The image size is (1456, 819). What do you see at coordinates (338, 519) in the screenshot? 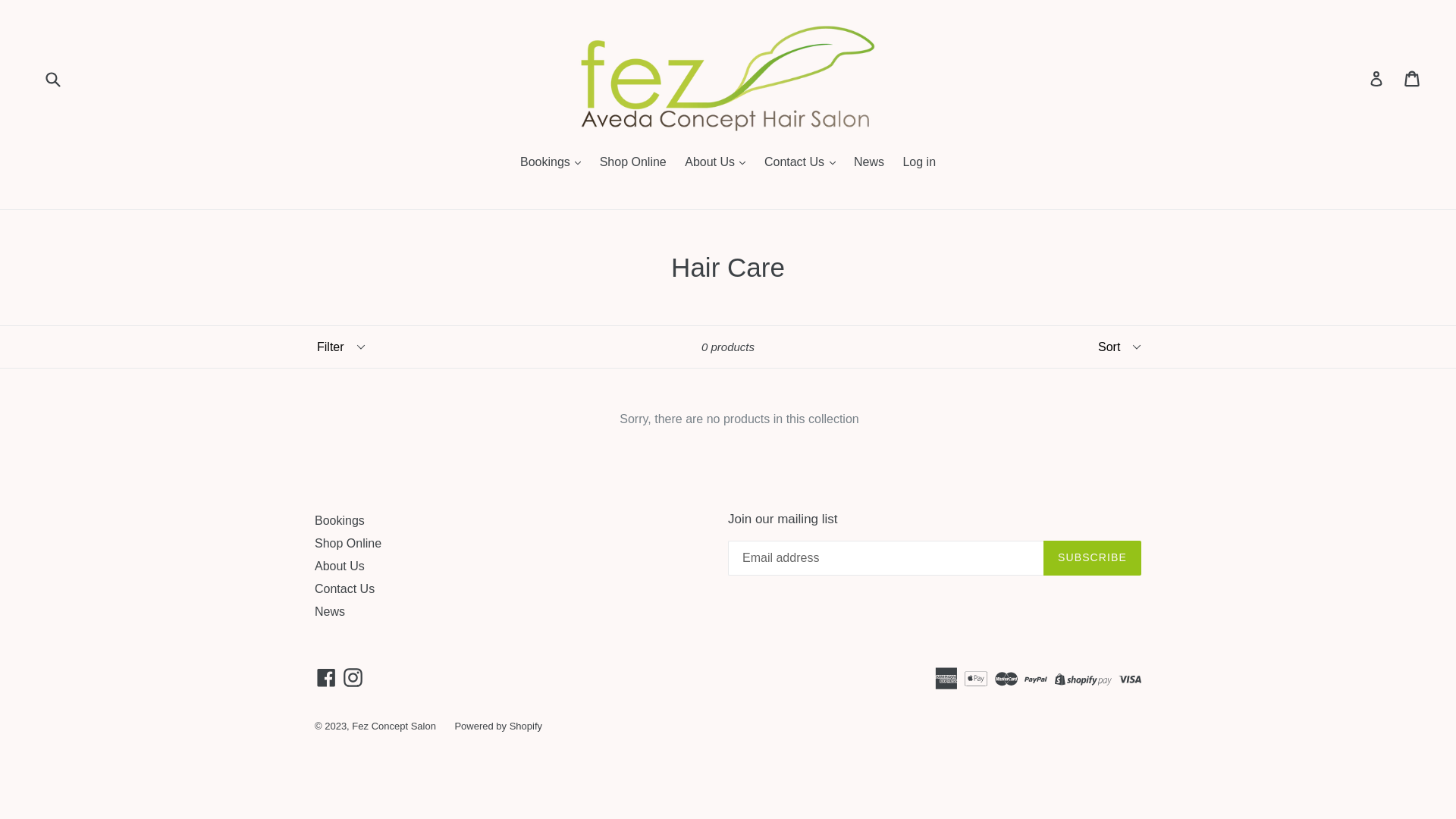
I see `'Bookings'` at bounding box center [338, 519].